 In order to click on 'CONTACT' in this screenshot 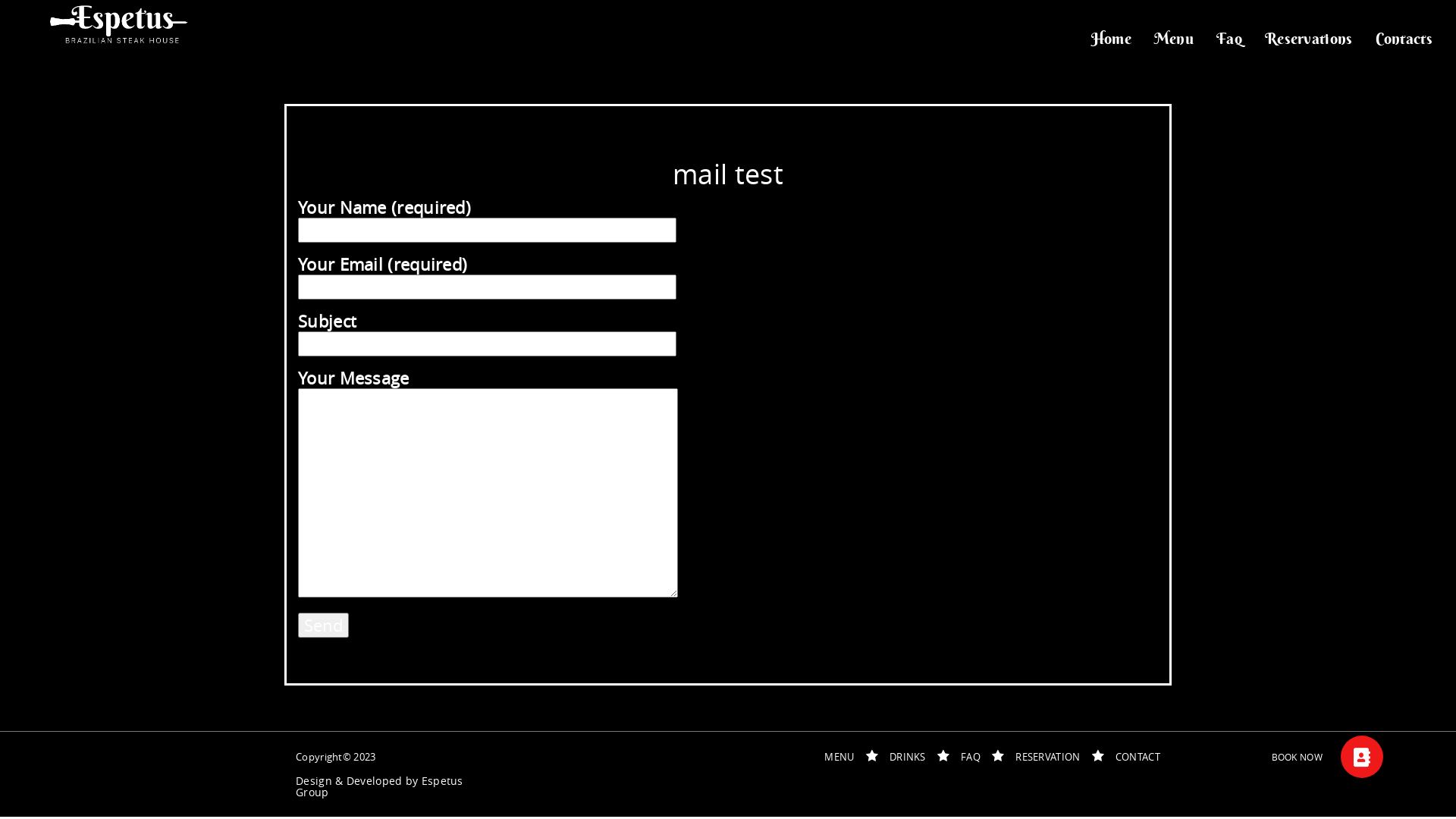, I will do `click(1137, 757)`.